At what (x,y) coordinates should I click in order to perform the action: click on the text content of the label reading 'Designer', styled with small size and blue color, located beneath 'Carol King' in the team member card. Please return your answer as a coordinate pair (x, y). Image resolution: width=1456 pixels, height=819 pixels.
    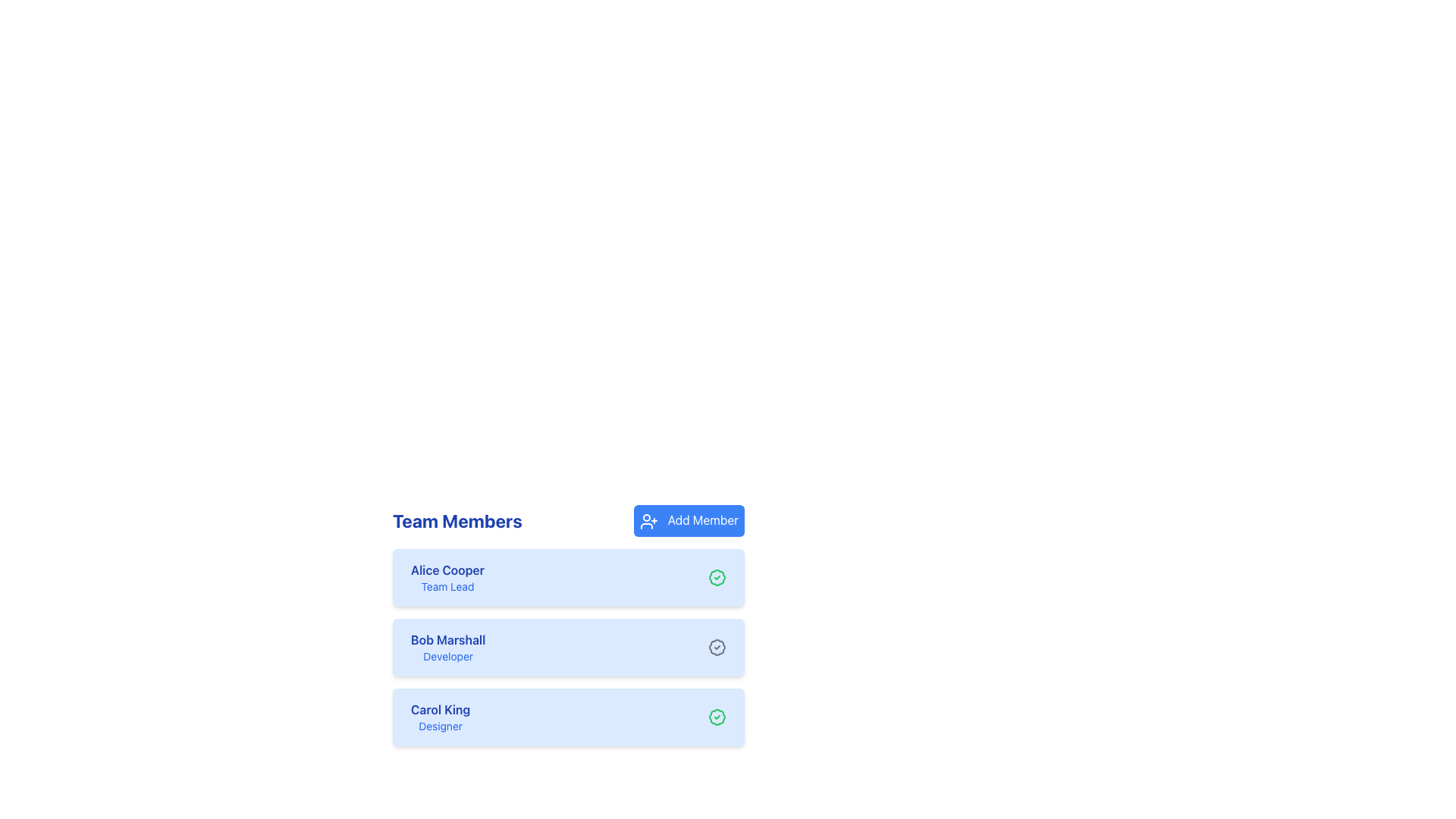
    Looking at the image, I should click on (440, 725).